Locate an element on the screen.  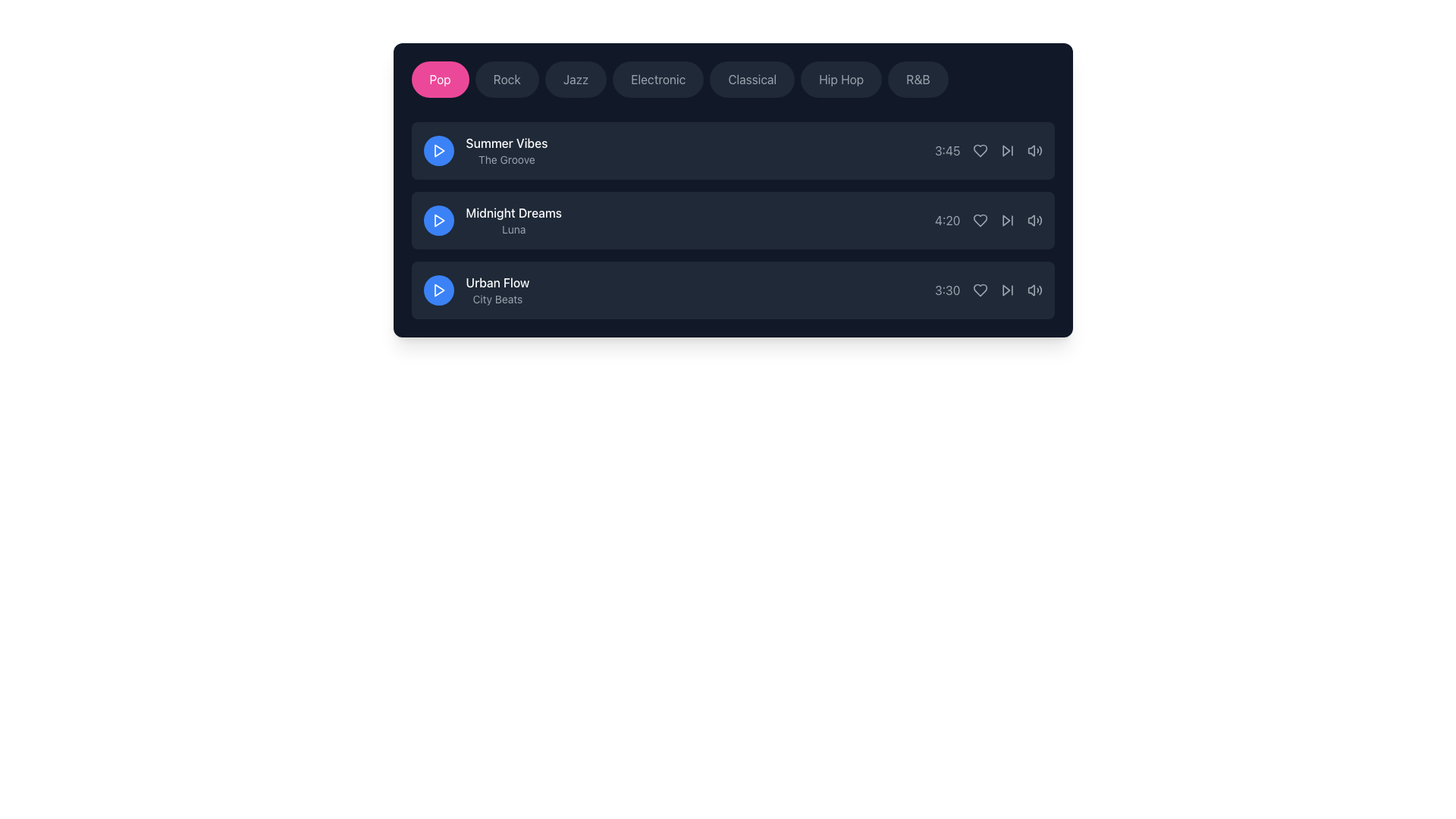
the first play button for the song 'Summer Vibes - The Groove' is located at coordinates (438, 151).